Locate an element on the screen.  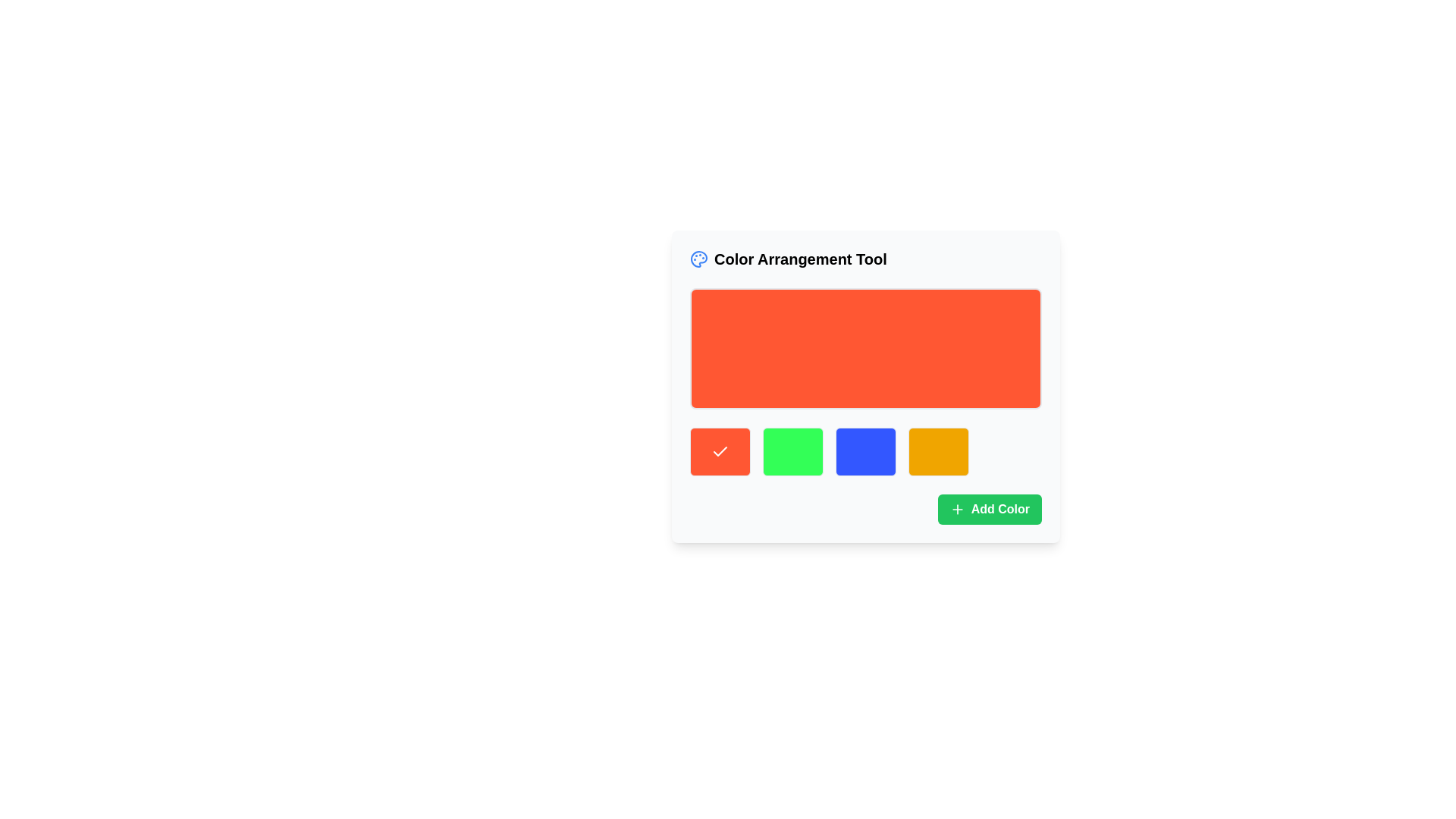
the decorative icon representing the 'Color Arrangement Tool' located at the leftmost side of the header component is located at coordinates (698, 259).